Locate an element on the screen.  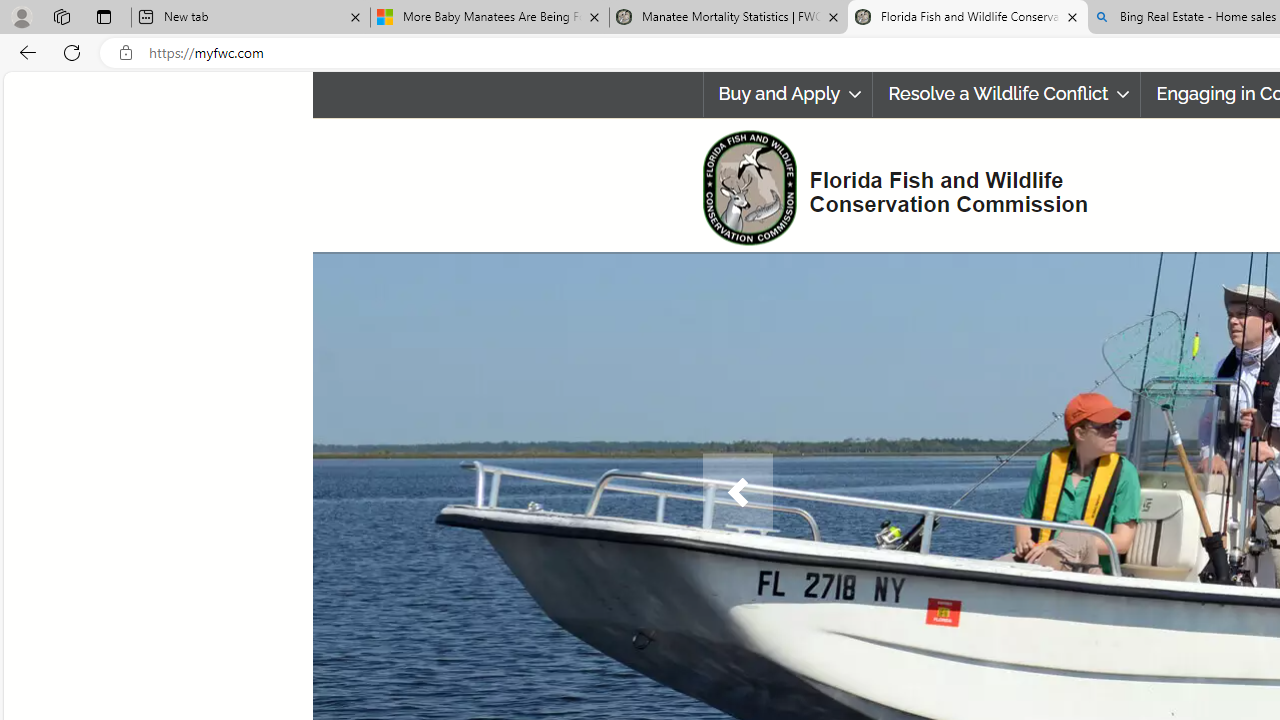
'Personal Profile' is located at coordinates (21, 16).